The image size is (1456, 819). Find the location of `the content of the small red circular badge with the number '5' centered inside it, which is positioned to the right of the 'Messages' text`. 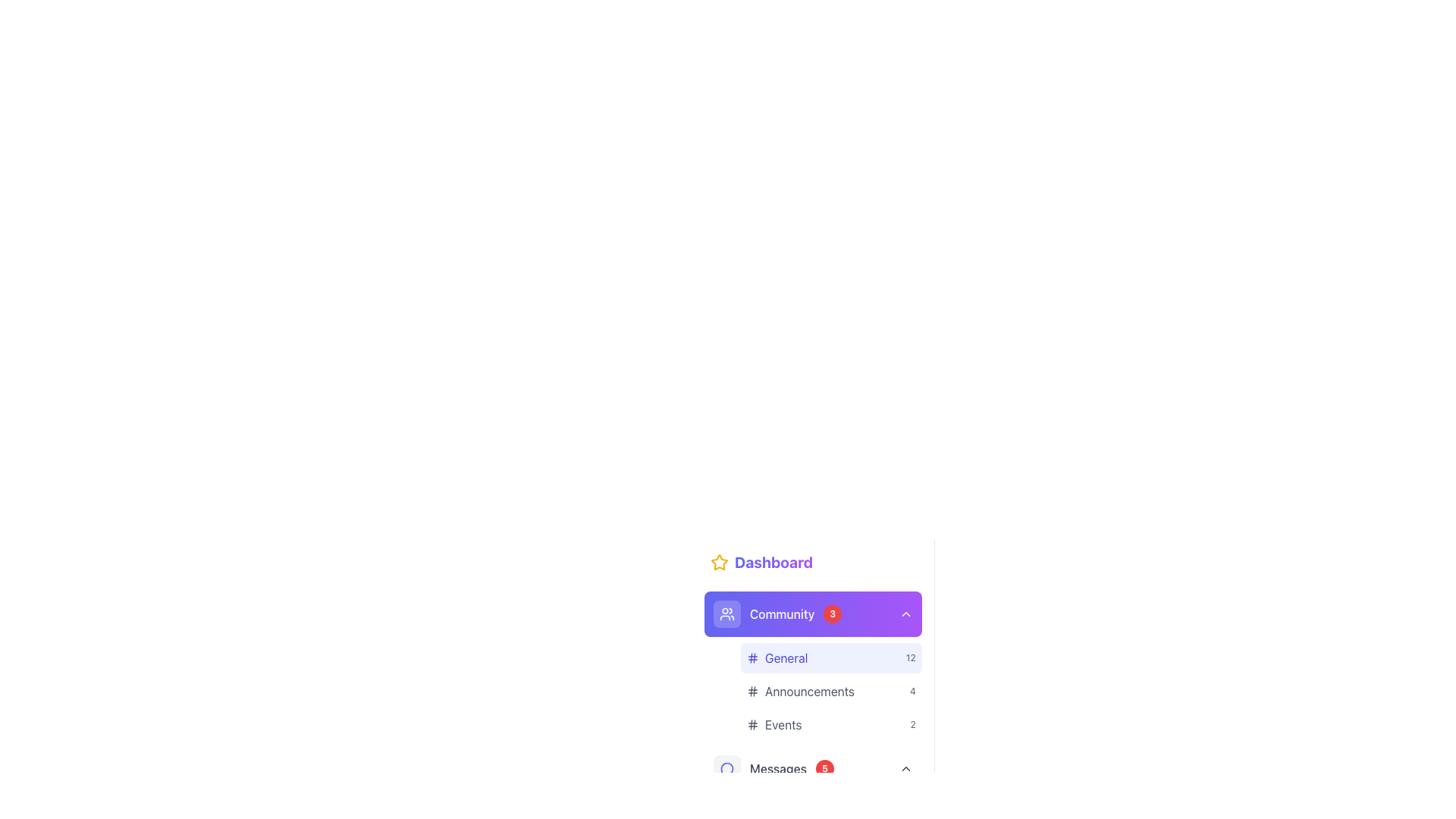

the content of the small red circular badge with the number '5' centered inside it, which is positioned to the right of the 'Messages' text is located at coordinates (824, 769).